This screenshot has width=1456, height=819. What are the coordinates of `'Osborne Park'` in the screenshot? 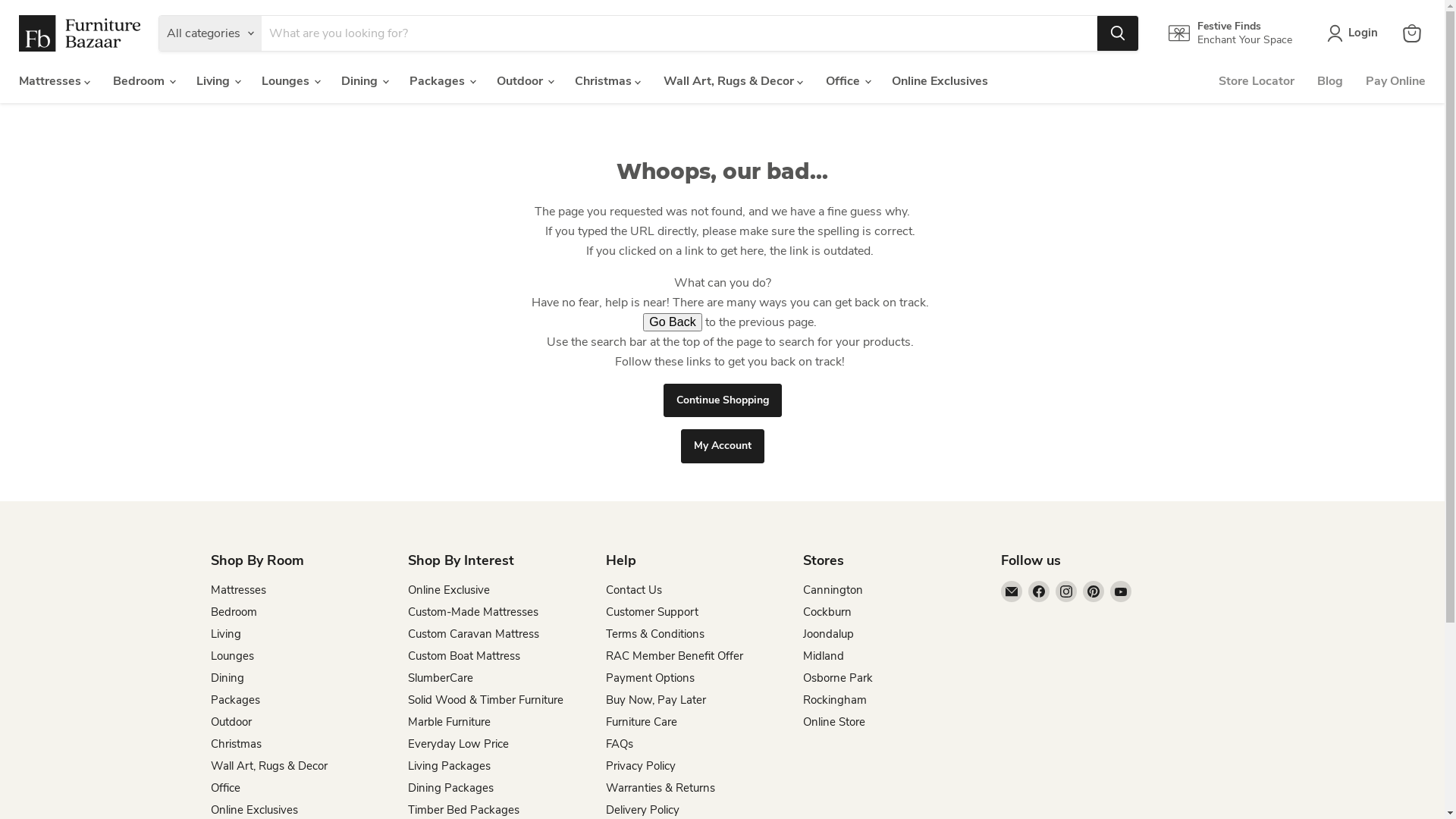 It's located at (802, 677).